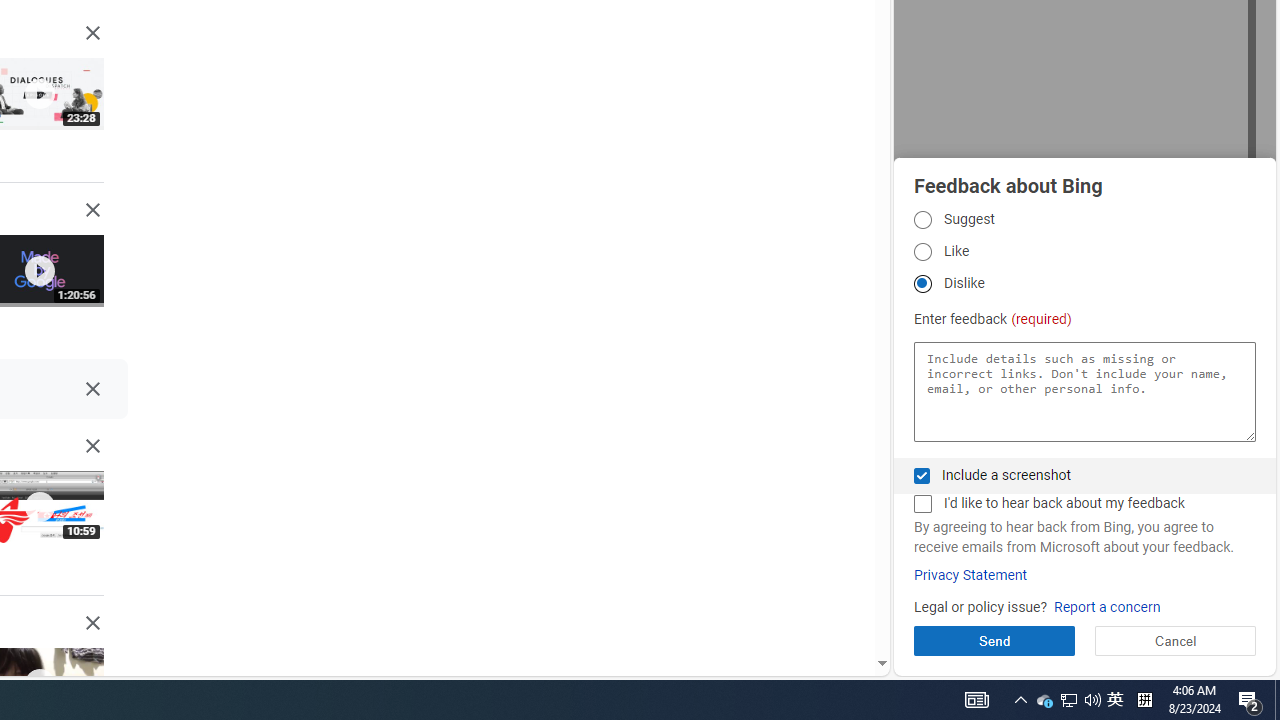 The image size is (1280, 720). Describe the element at coordinates (91, 622) in the screenshot. I see `'Class: TjcpUd NMm5M'` at that location.